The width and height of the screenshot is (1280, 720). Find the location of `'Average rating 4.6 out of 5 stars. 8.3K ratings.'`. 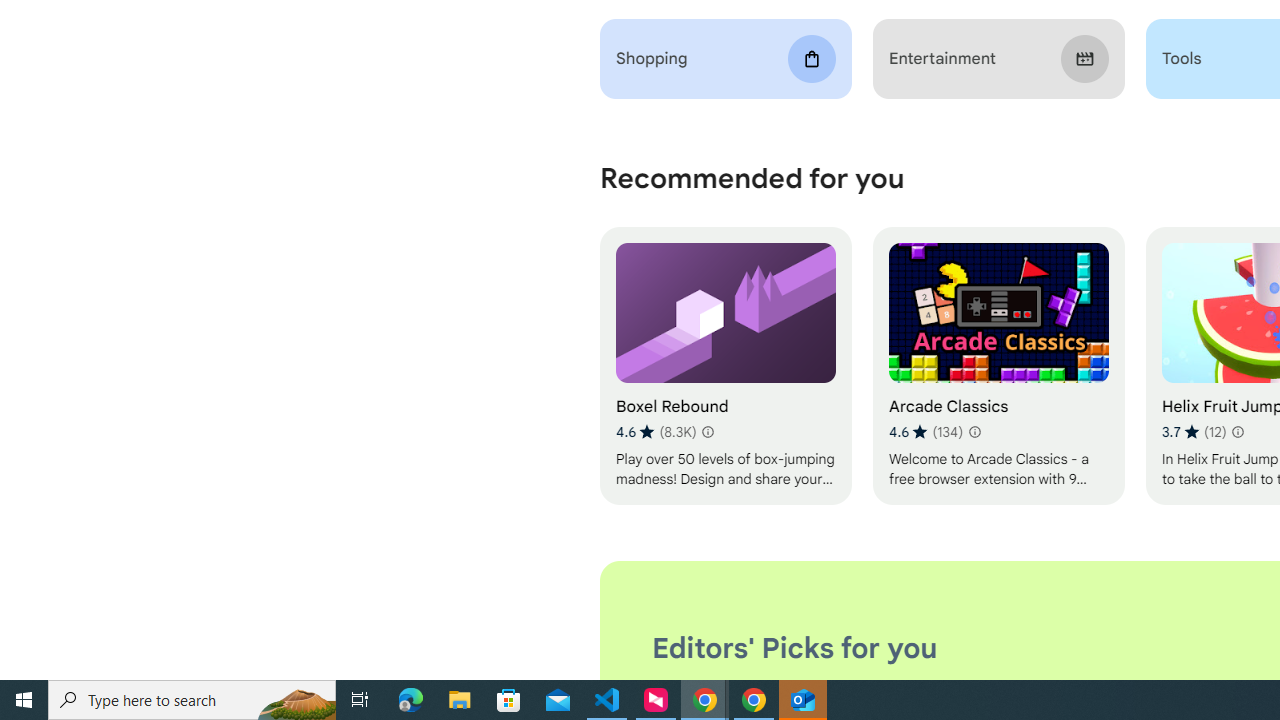

'Average rating 4.6 out of 5 stars. 8.3K ratings.' is located at coordinates (656, 431).